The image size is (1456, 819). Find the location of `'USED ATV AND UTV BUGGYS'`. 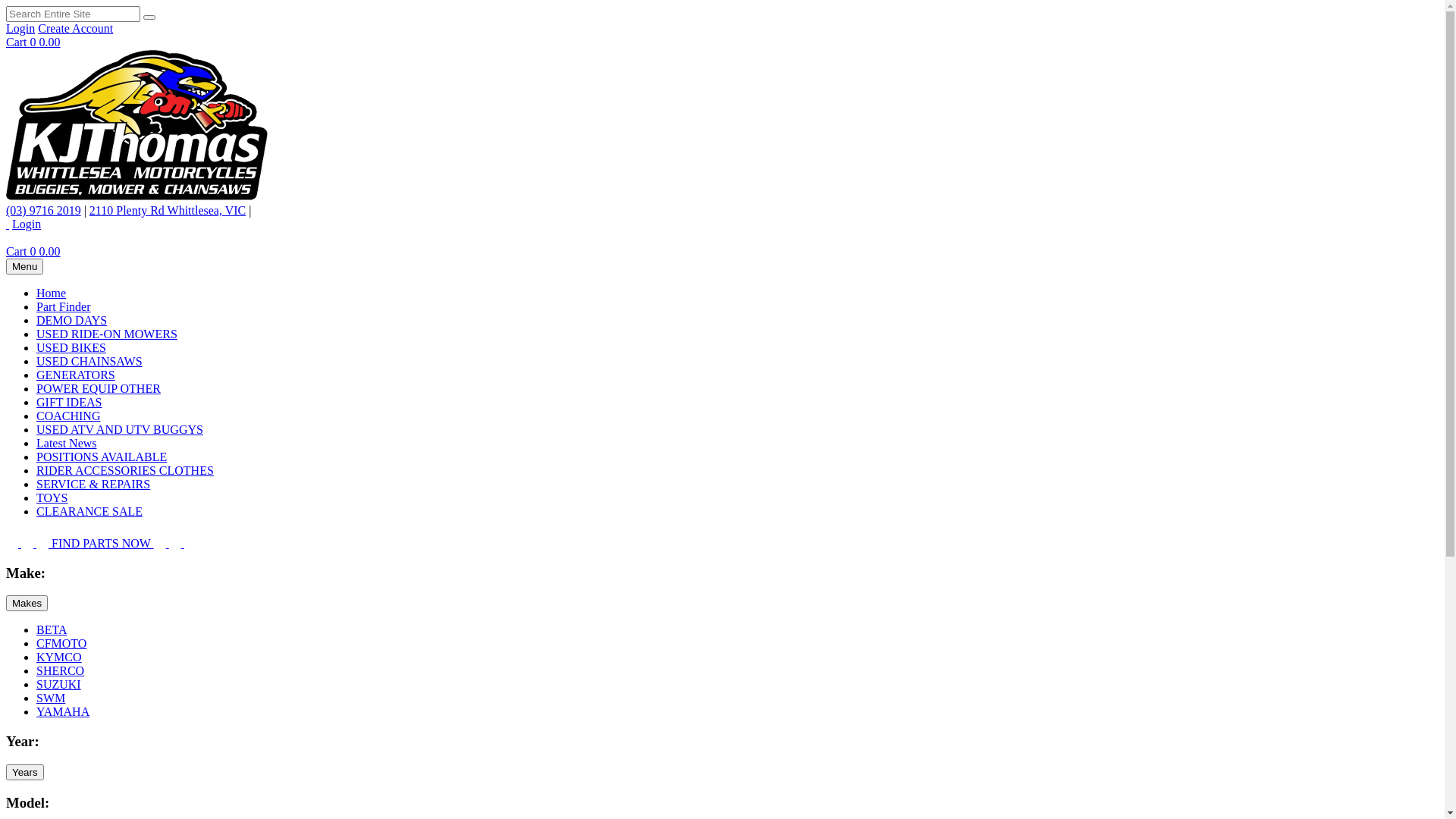

'USED ATV AND UTV BUGGYS' is located at coordinates (119, 429).